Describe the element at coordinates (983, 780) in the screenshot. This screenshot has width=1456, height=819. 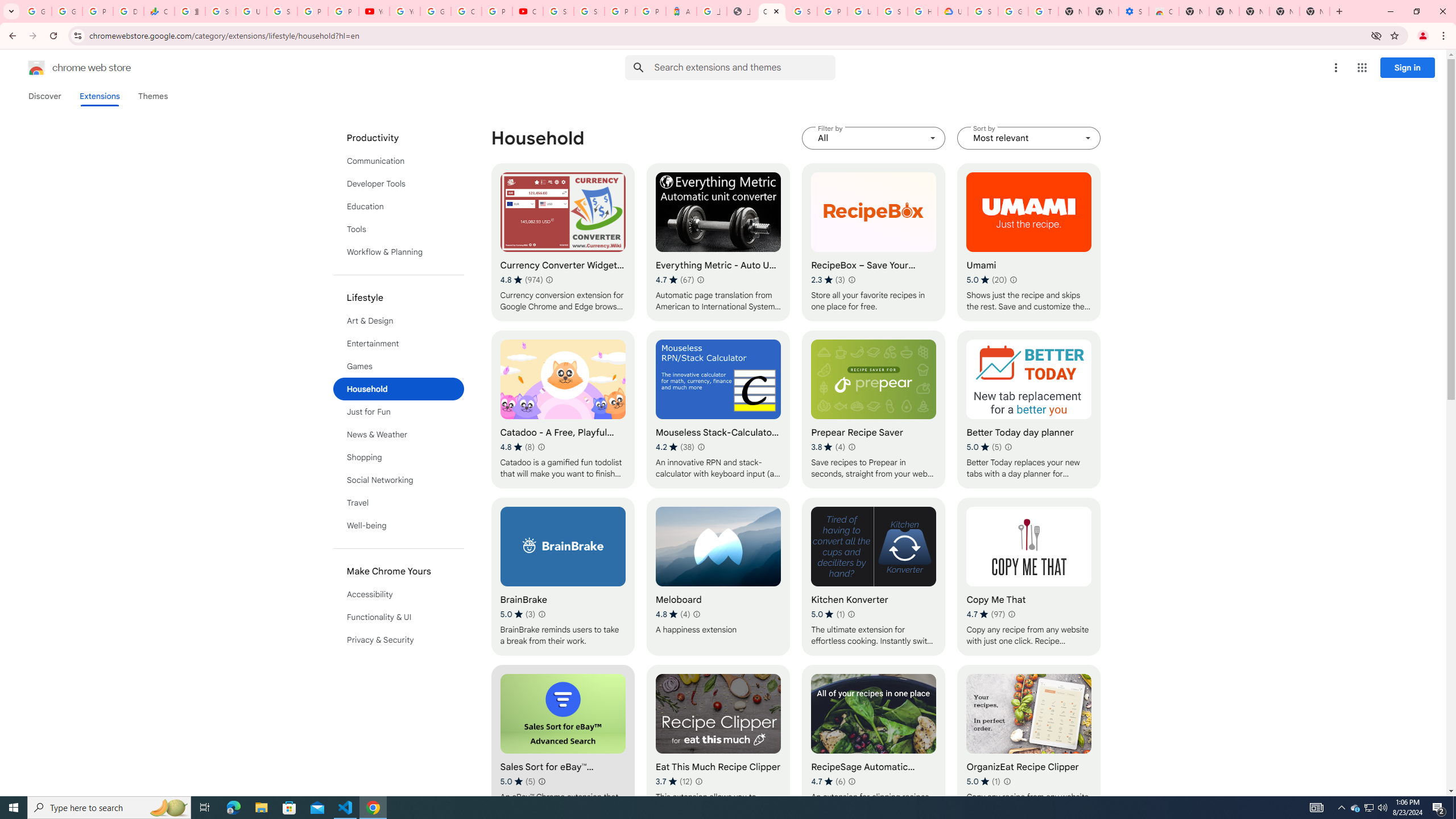
I see `'Average rating 5 out of 5 stars. 1 rating.'` at that location.